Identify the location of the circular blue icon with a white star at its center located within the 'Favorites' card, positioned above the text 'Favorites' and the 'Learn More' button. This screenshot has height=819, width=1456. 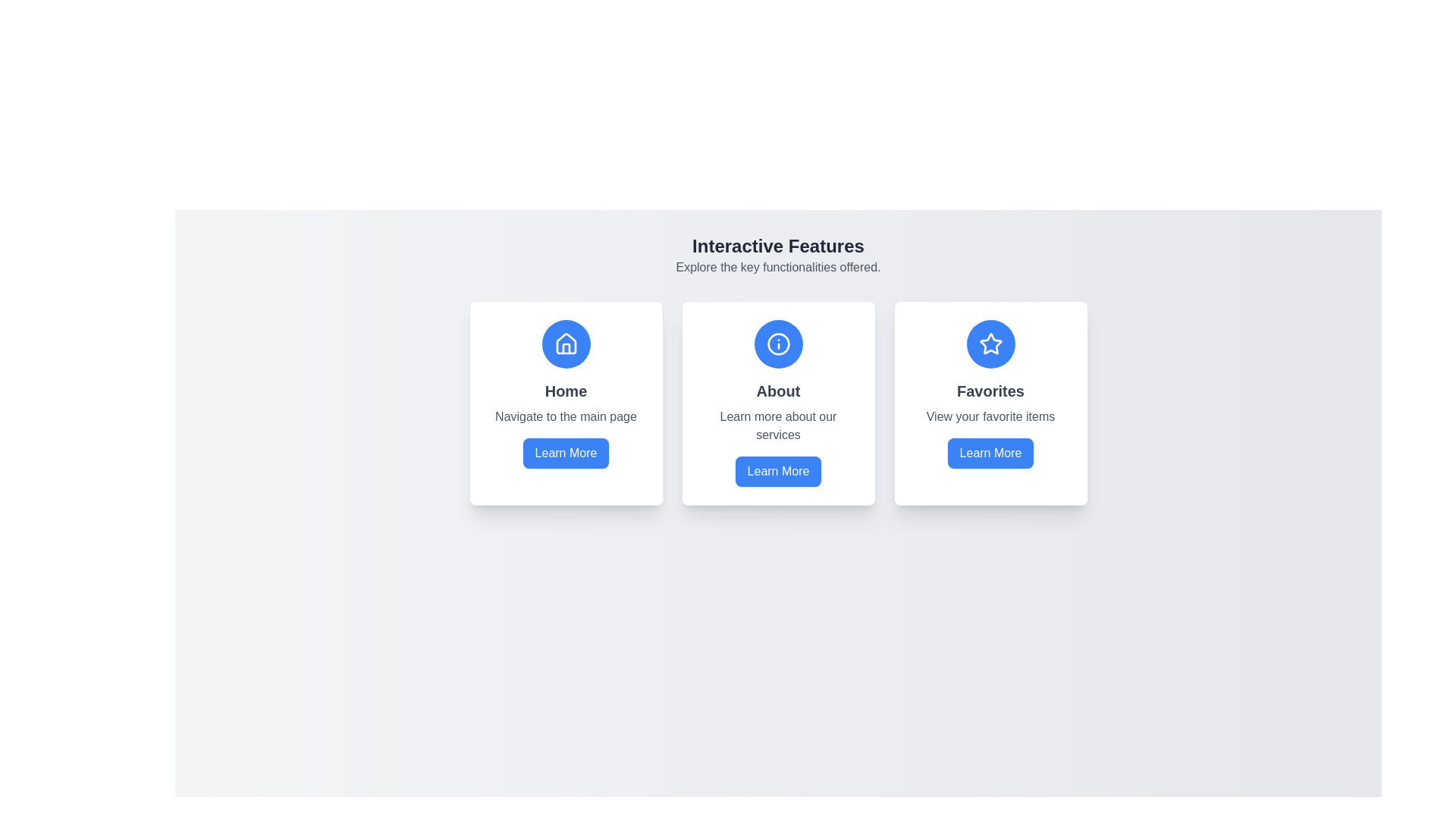
(990, 344).